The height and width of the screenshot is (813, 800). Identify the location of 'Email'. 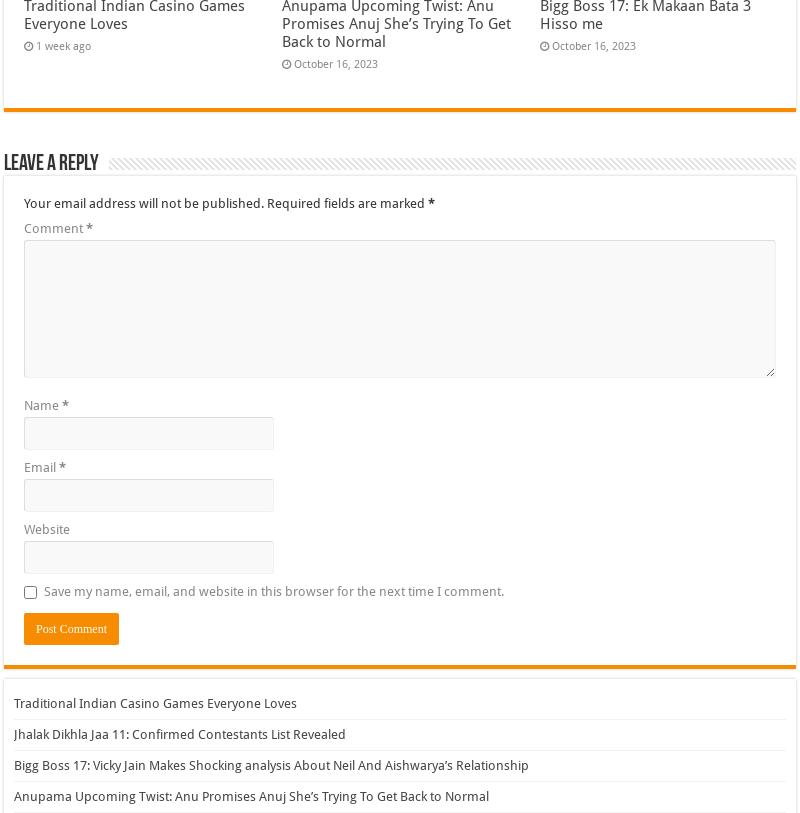
(40, 466).